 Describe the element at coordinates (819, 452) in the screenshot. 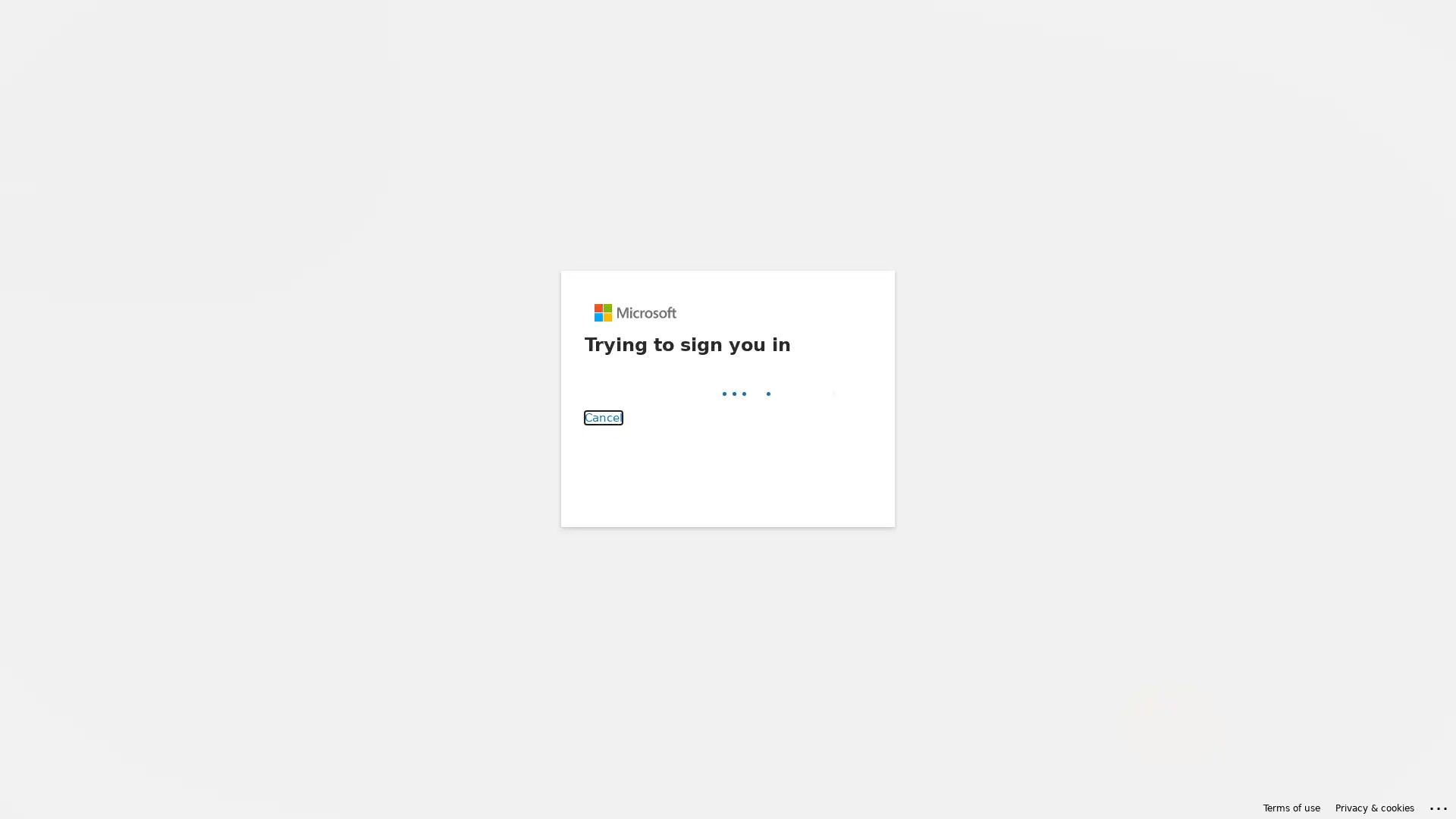

I see `Next` at that location.